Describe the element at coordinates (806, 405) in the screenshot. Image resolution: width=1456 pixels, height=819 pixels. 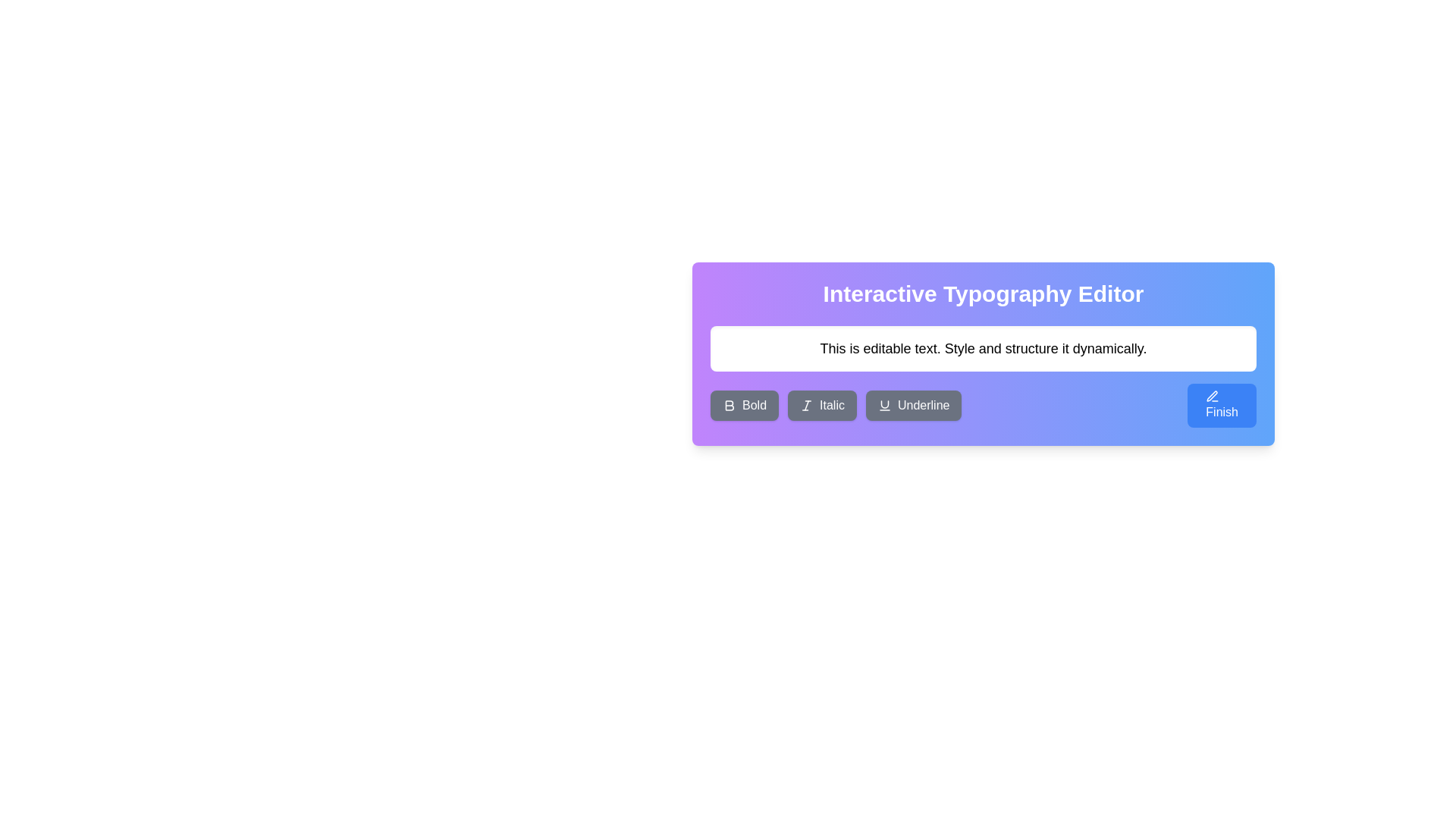
I see `the italic button, which is the second icon in the formatting toolbar, represented by a decorative line in the SVG icon` at that location.